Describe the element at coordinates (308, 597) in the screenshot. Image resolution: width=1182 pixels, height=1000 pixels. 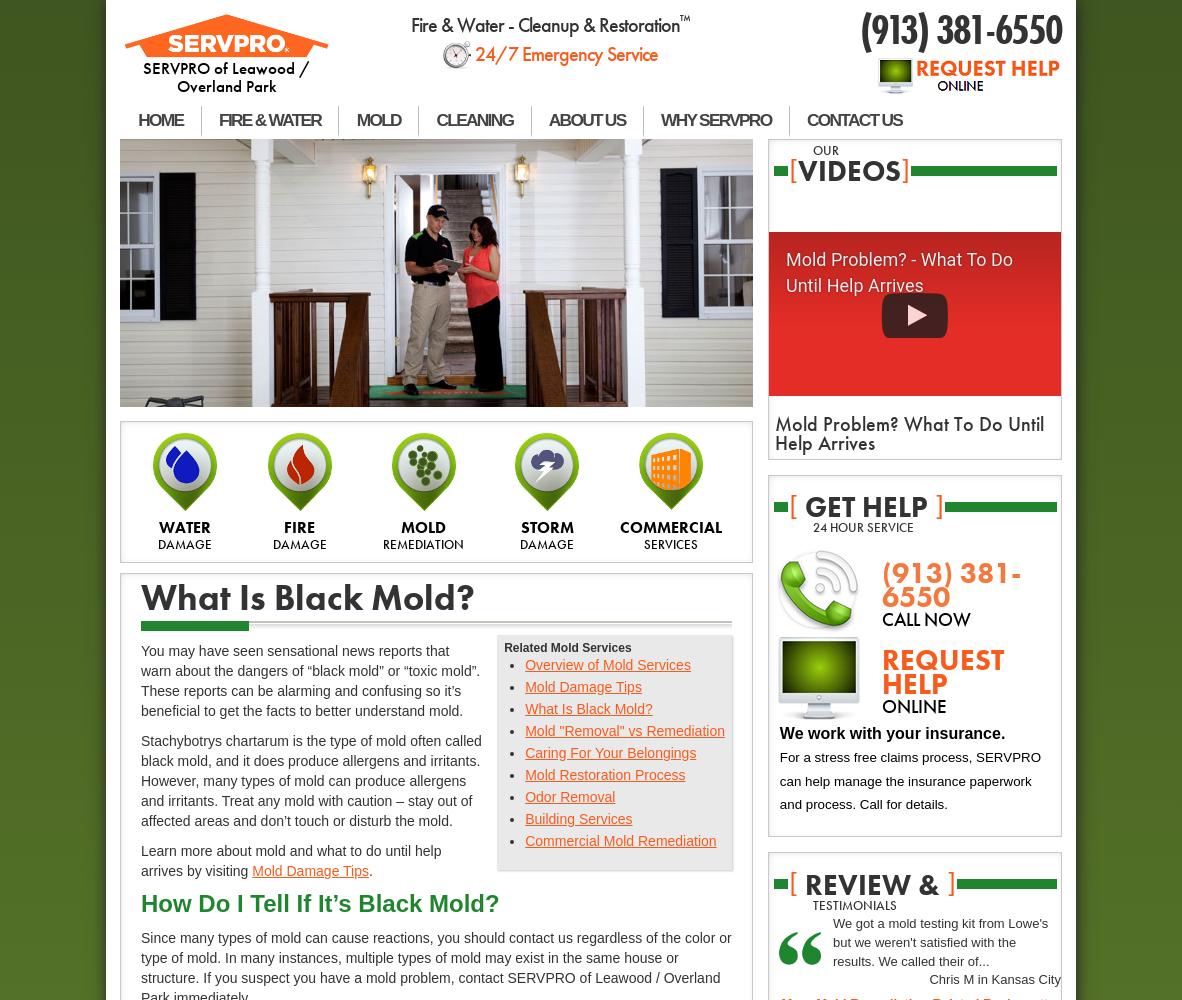
I see `'What Is Black Mold?'` at that location.